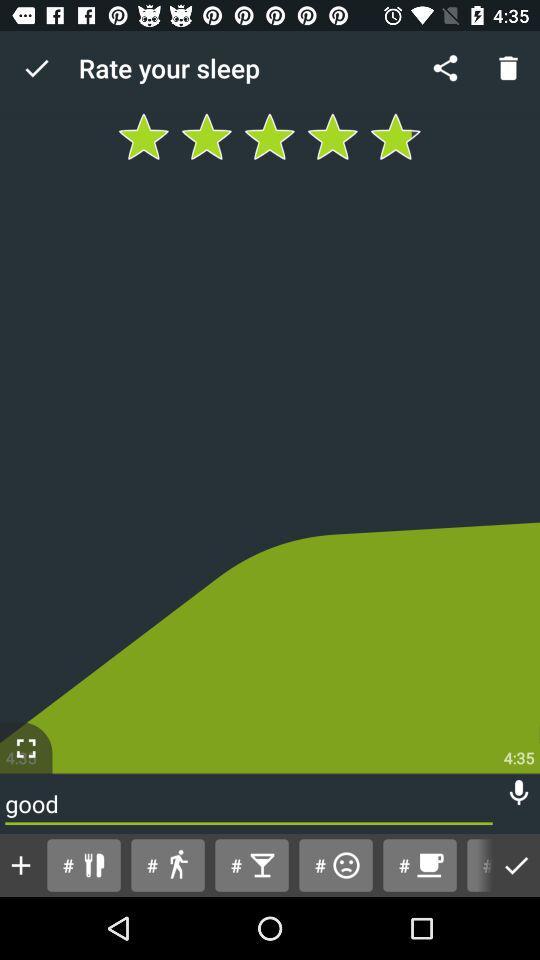  I want to click on #, so click(166, 864).